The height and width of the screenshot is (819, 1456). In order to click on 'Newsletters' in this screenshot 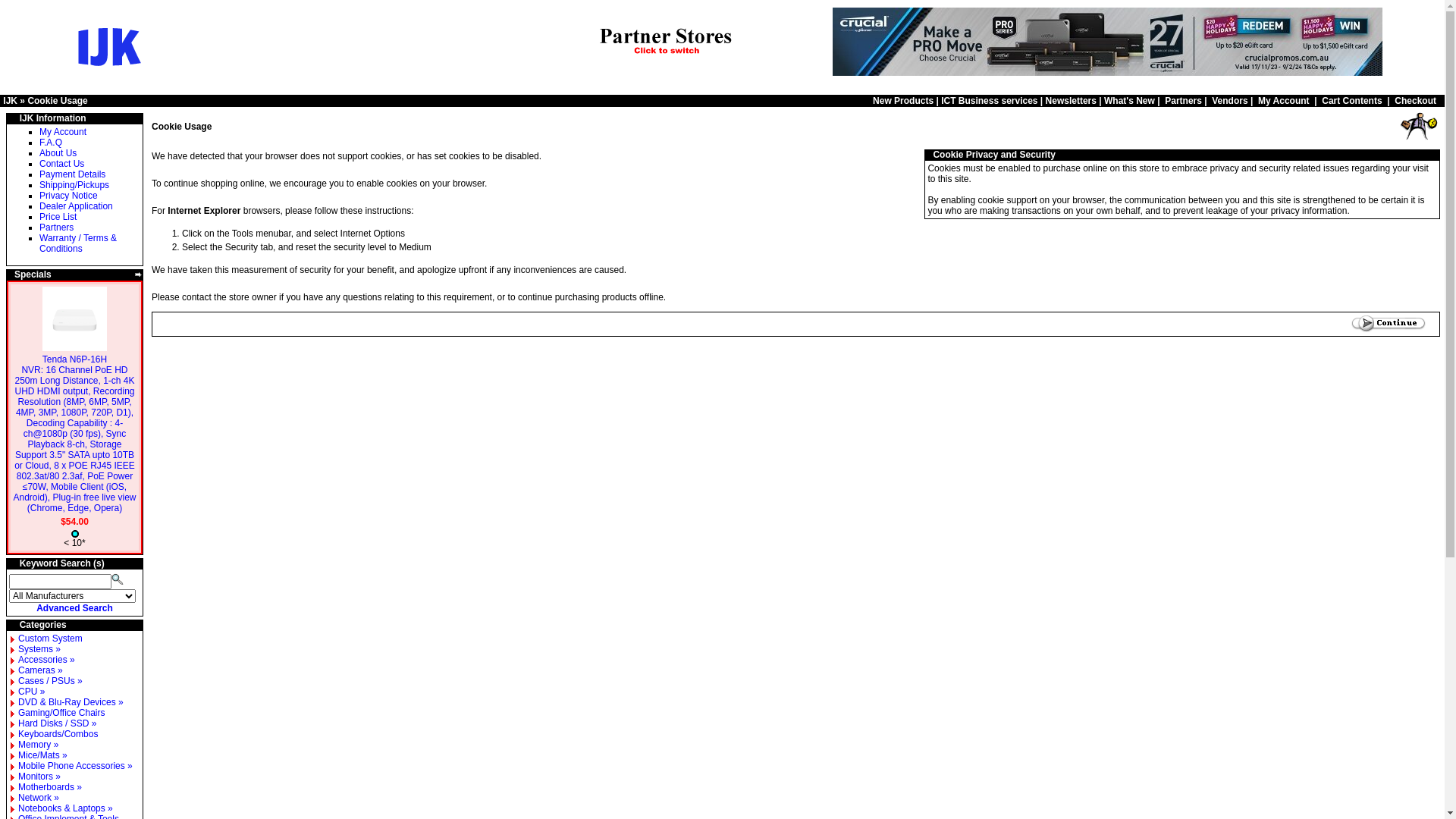, I will do `click(1044, 100)`.